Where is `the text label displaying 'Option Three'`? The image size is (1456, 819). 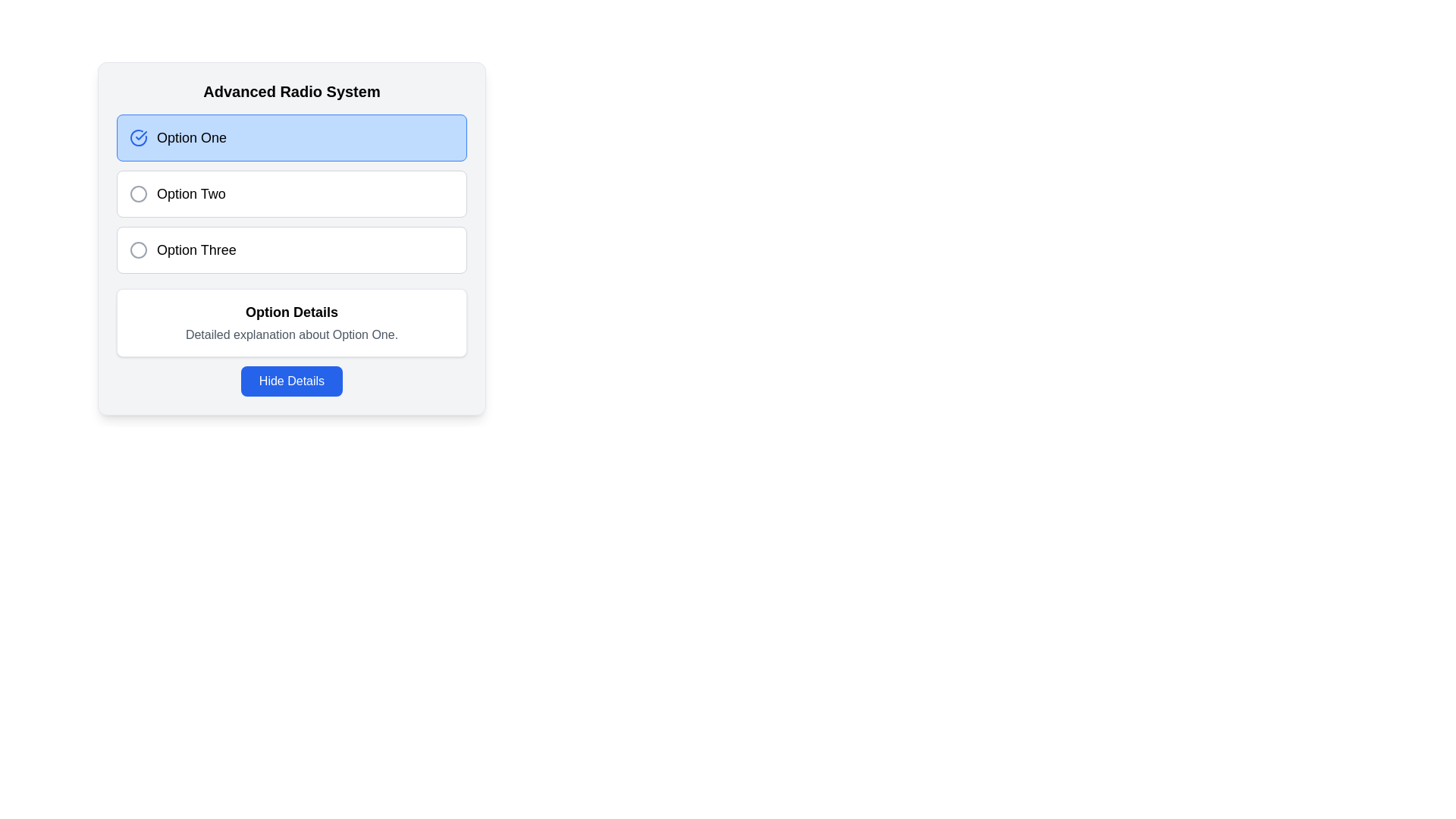
the text label displaying 'Option Three' is located at coordinates (196, 249).